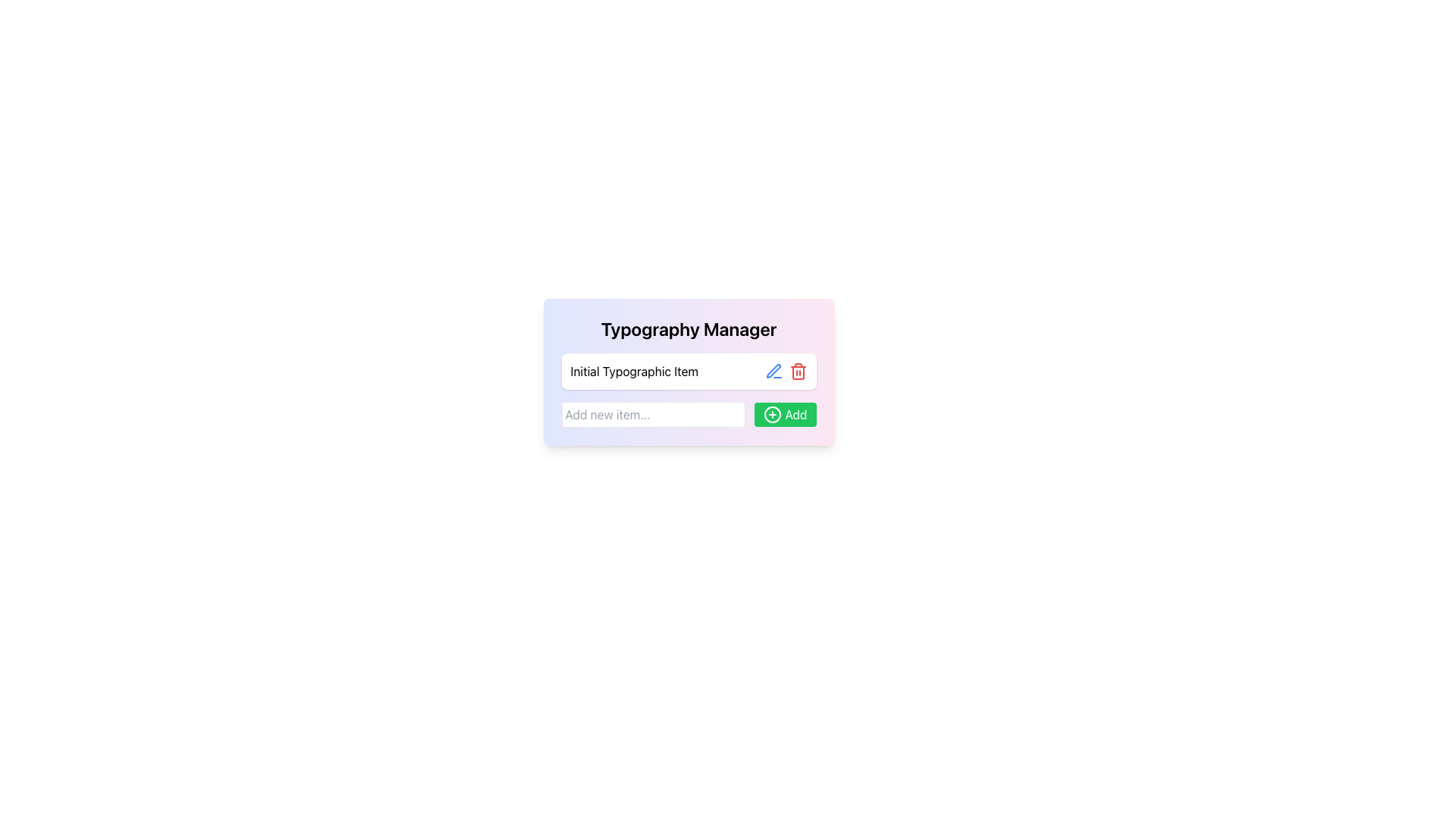 The image size is (1456, 819). I want to click on the green rectangular button labeled 'Add' with a plus icon, so click(786, 415).